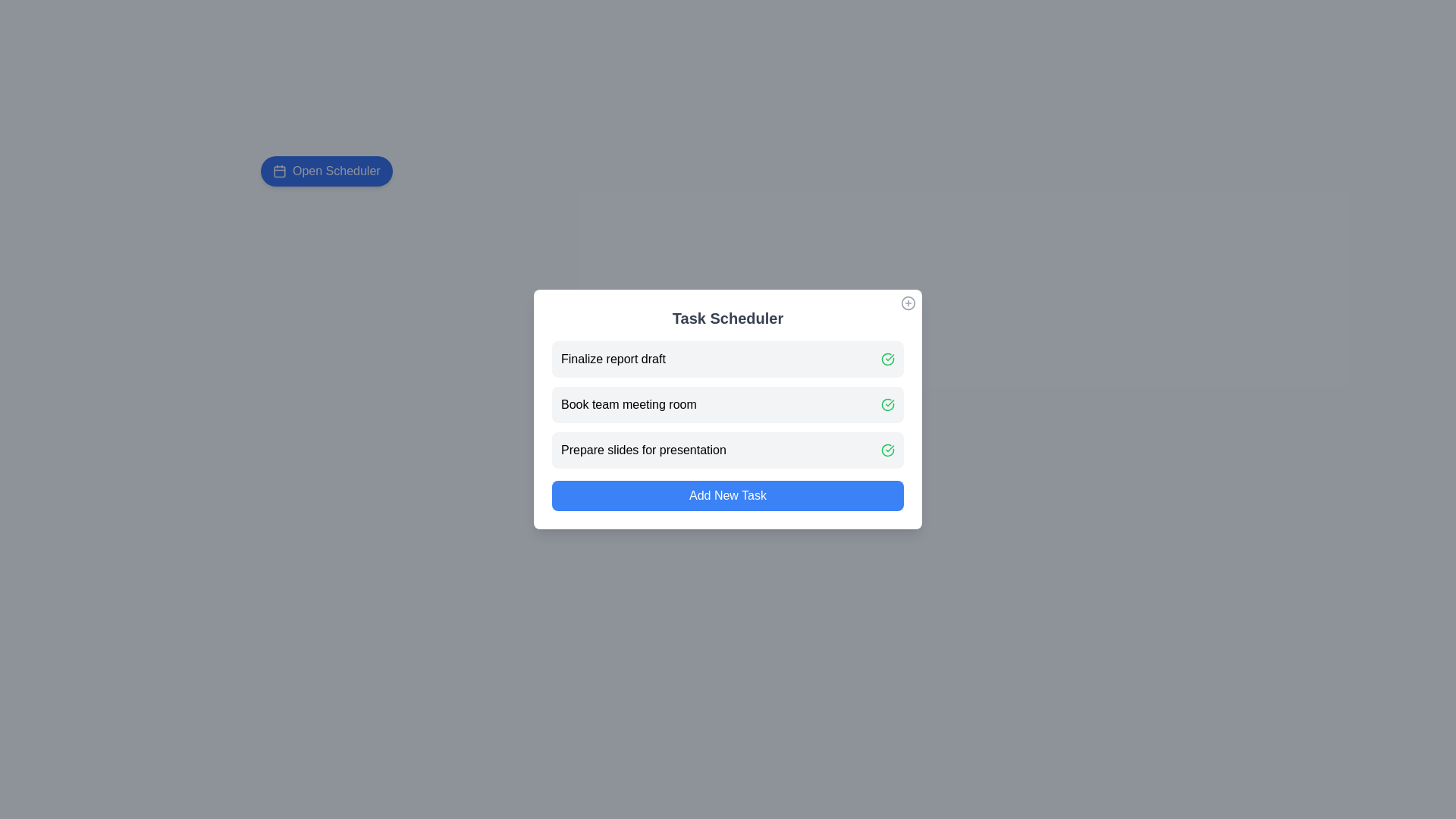  What do you see at coordinates (728, 359) in the screenshot?
I see `the status of the first task entry in the task scheduler application, which is positioned at the top of a vertical list of tasks` at bounding box center [728, 359].